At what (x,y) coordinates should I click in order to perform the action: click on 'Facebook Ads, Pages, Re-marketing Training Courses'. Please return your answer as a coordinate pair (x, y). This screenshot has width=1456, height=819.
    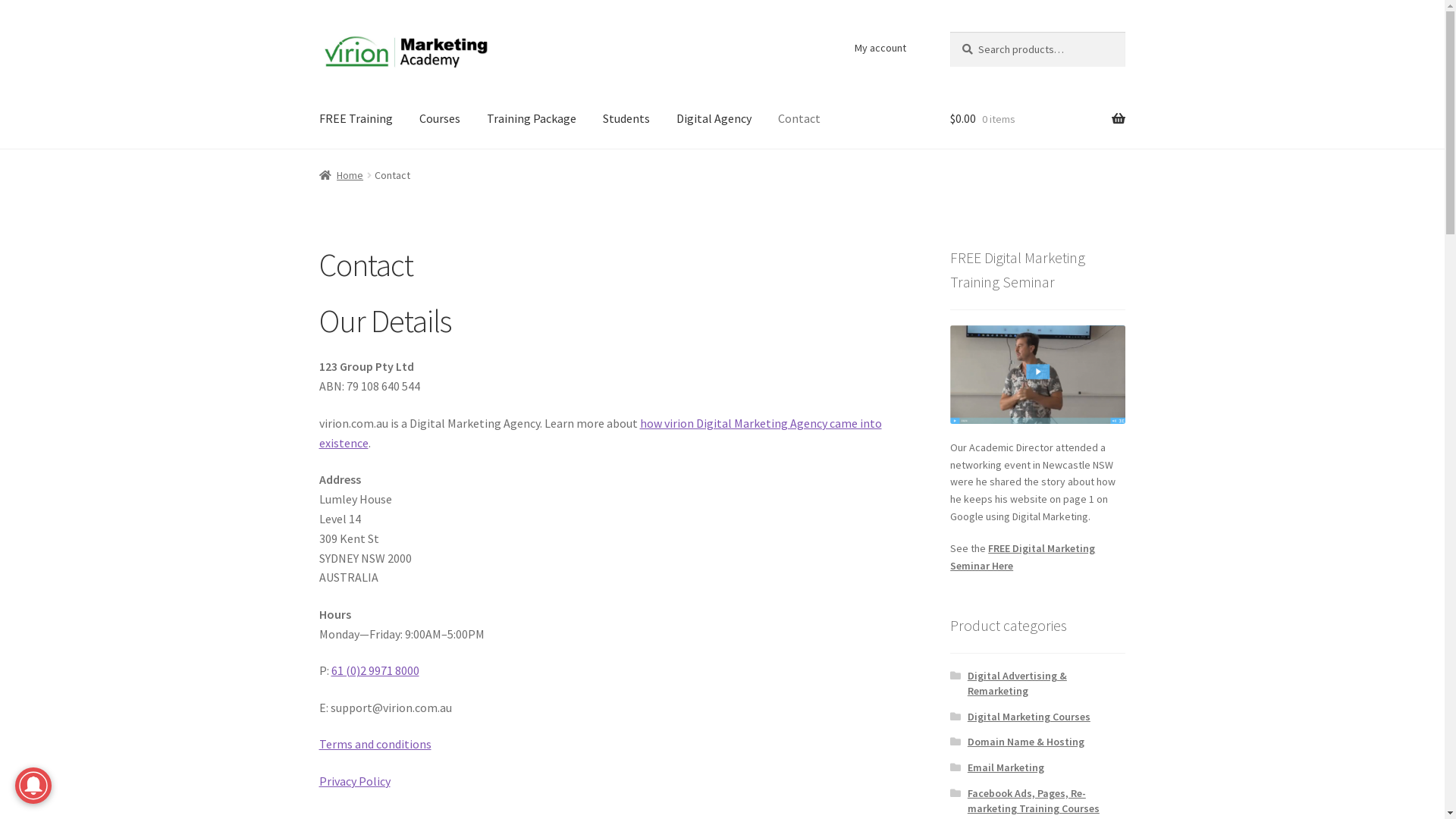
    Looking at the image, I should click on (1033, 800).